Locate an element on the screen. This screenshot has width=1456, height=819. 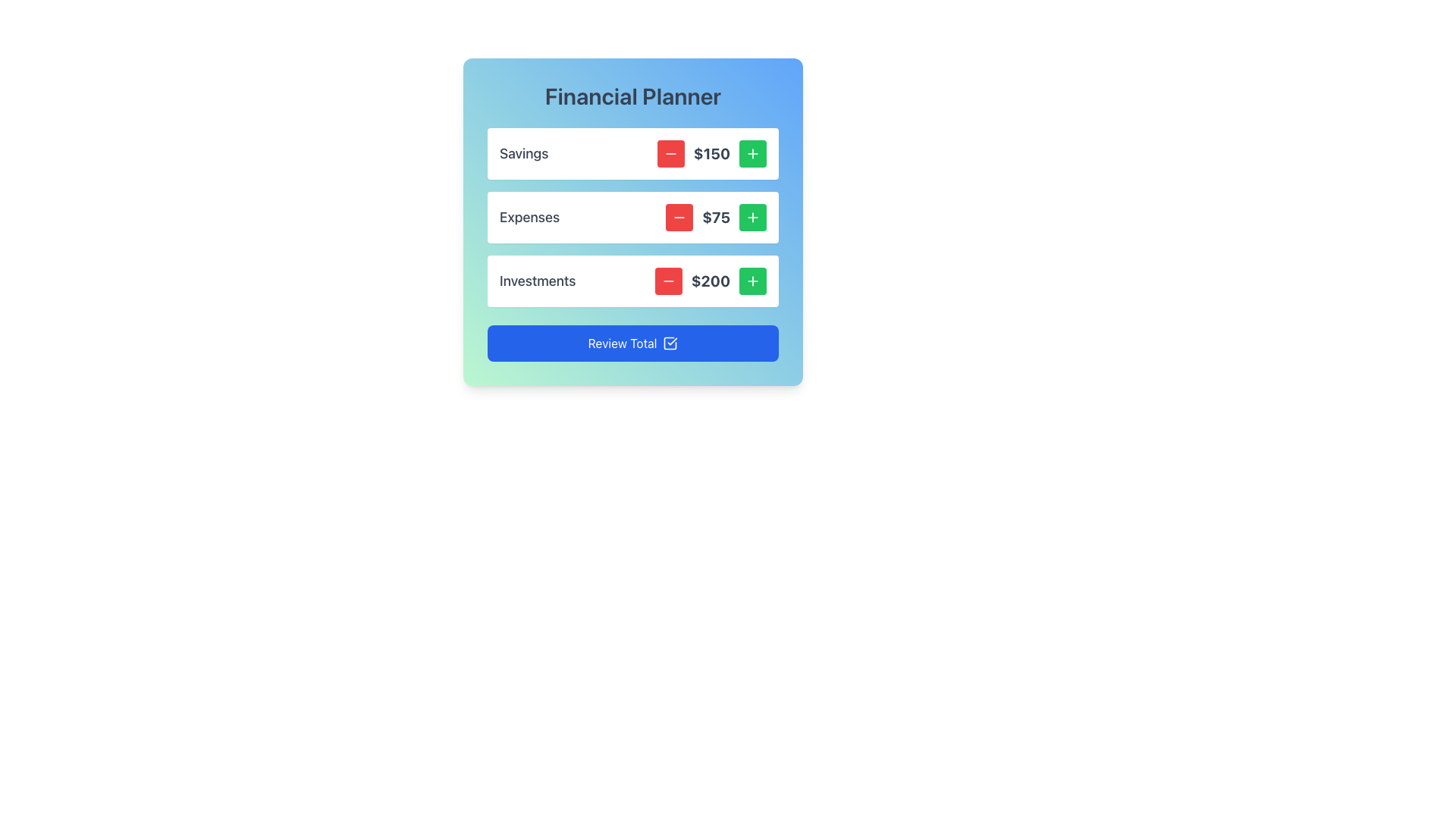
the 'plus' button adjacent to the '$150' text in the 'Savings' row of the 'Financial Planner' card is located at coordinates (753, 154).